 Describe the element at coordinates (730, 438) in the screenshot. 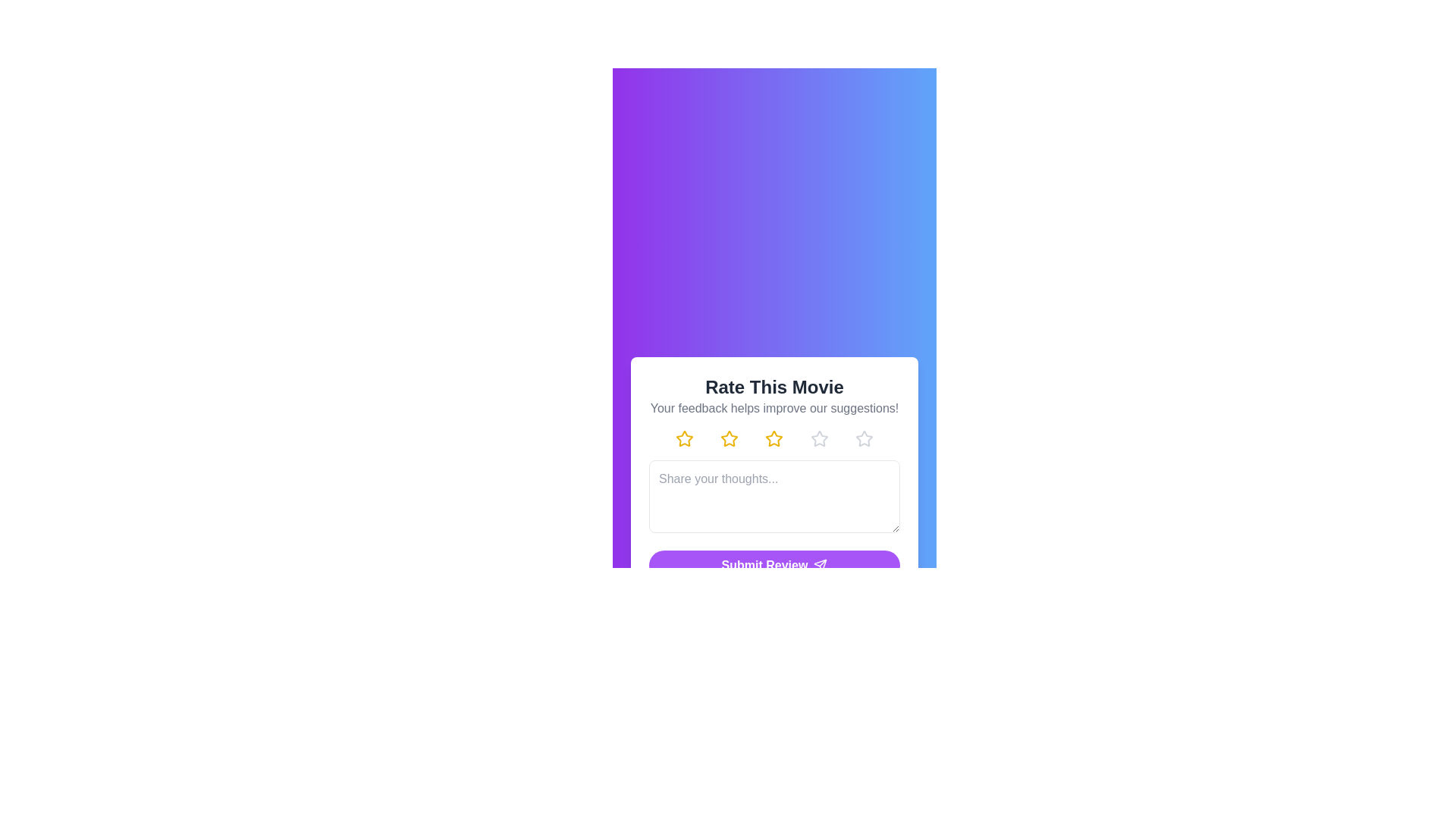

I see `the second star icon in the rating component below 'Rate This Movie' for accessibility purposes` at that location.